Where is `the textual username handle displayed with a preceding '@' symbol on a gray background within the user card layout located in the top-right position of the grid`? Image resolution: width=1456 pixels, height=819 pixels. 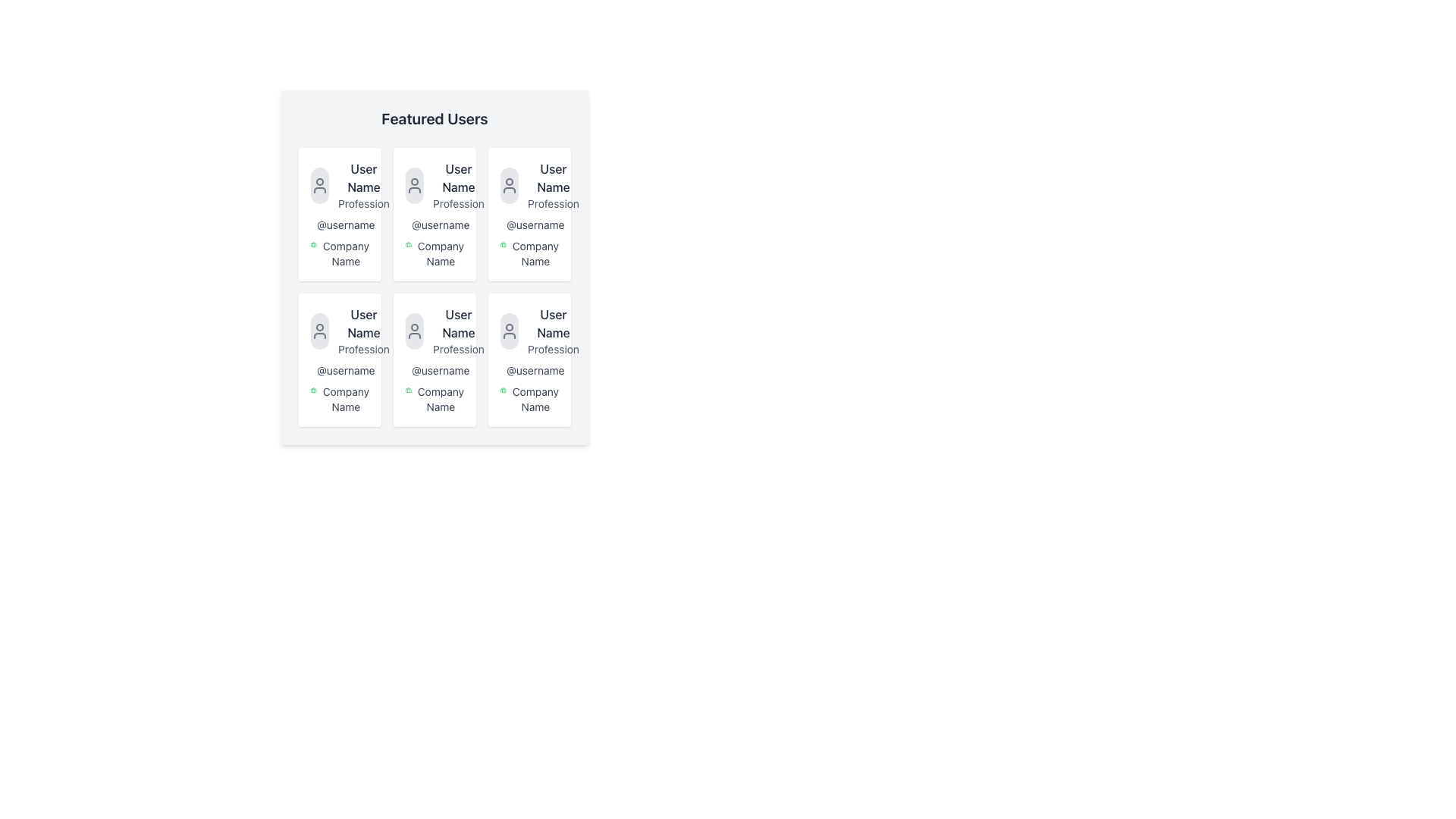 the textual username handle displayed with a preceding '@' symbol on a gray background within the user card layout located in the top-right position of the grid is located at coordinates (529, 225).